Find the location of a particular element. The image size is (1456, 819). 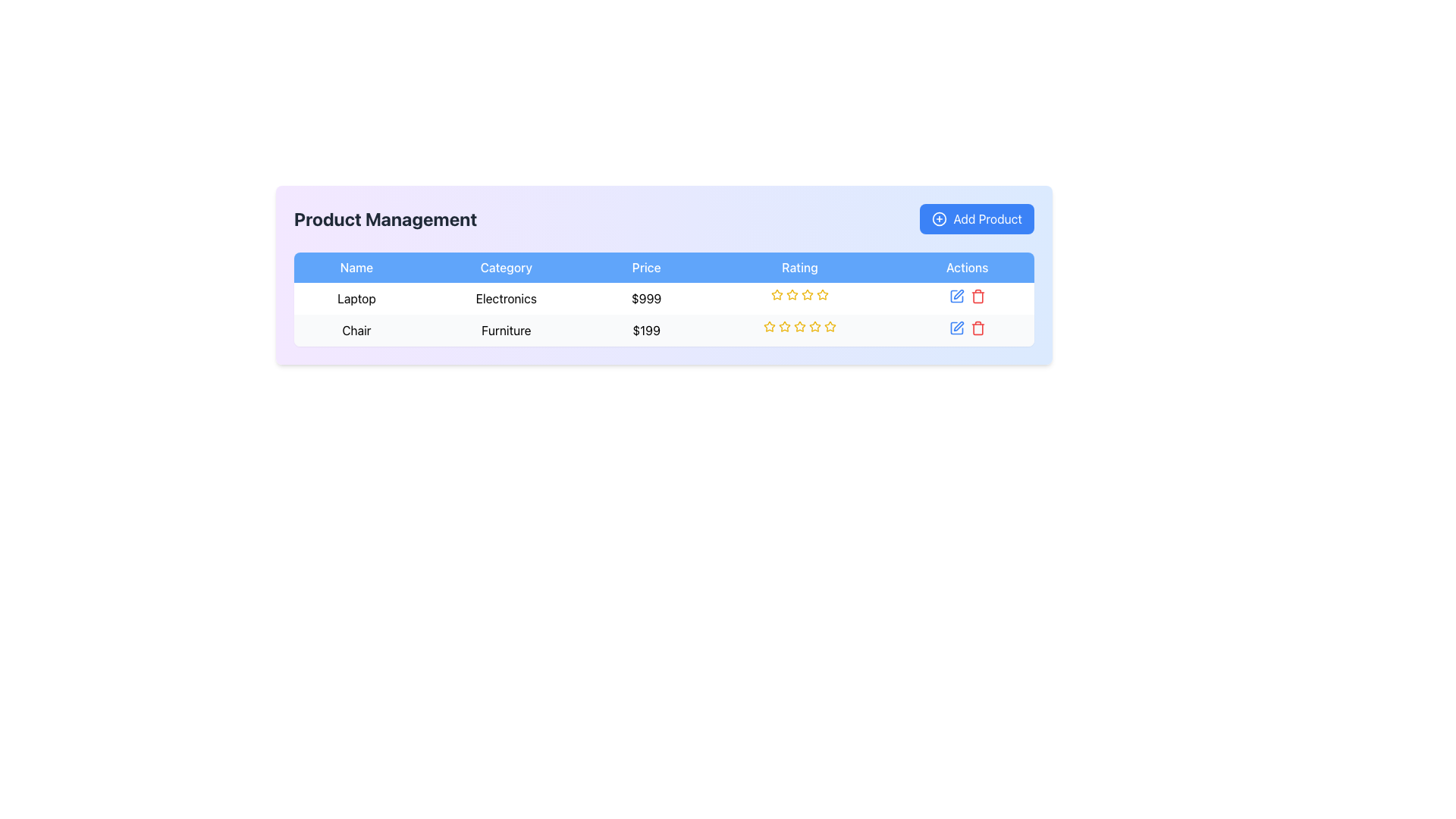

the decorative graphical element (circle) that symbolizes addition, located within the 'Add Product' button at the top-right corner of the interface is located at coordinates (939, 219).